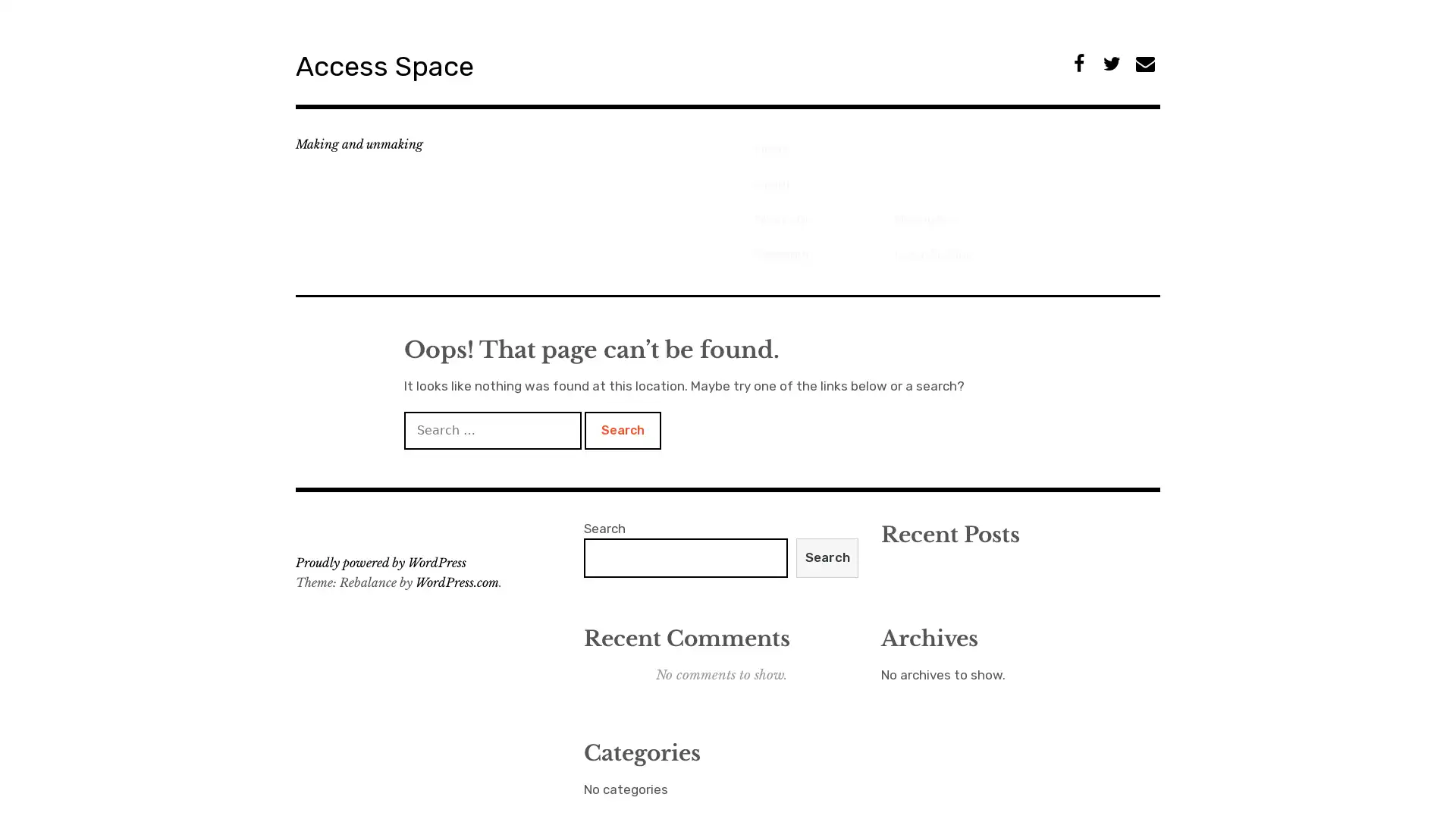 Image resolution: width=1456 pixels, height=819 pixels. What do you see at coordinates (826, 476) in the screenshot?
I see `Search` at bounding box center [826, 476].